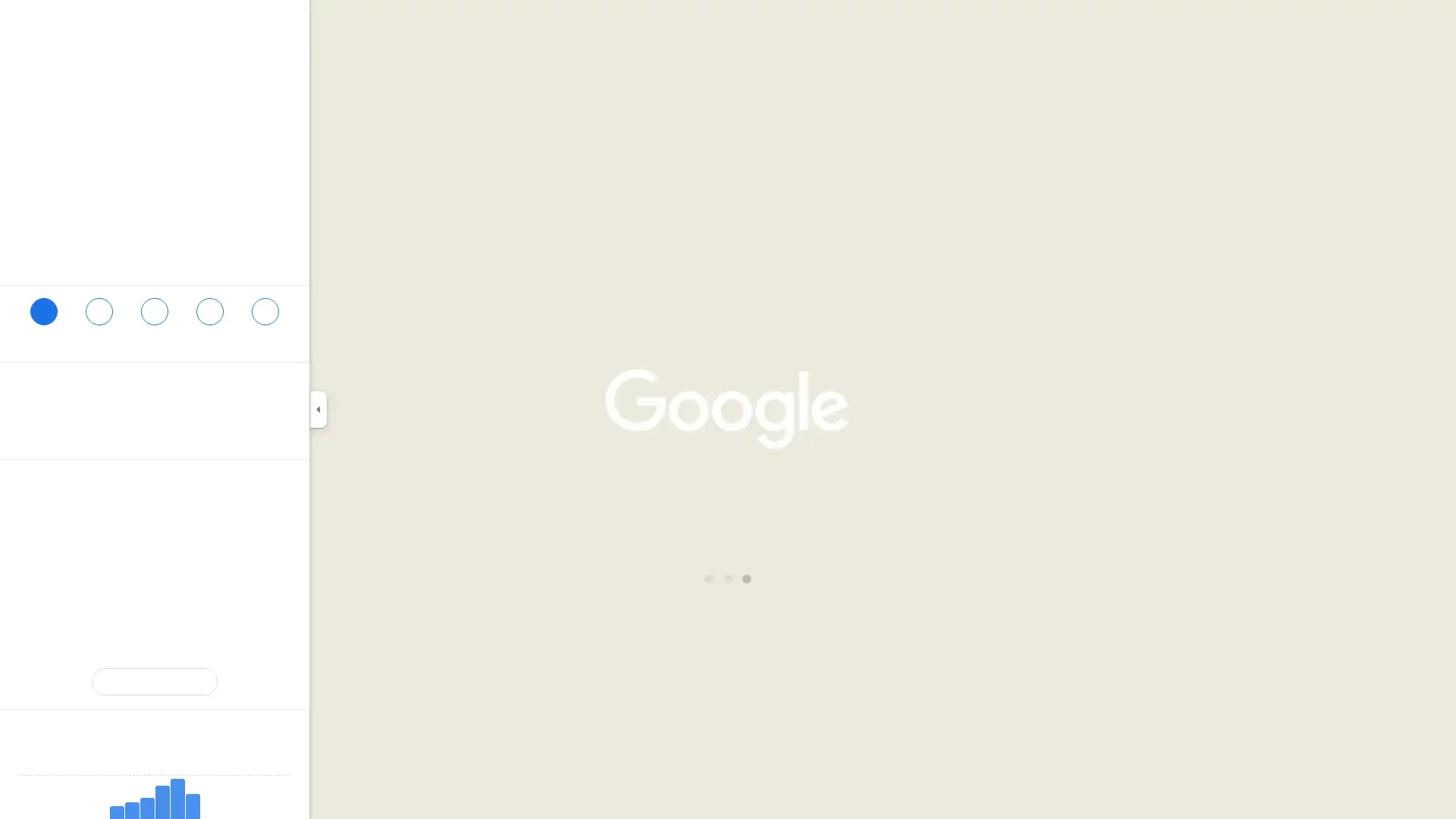  What do you see at coordinates (154, 317) in the screenshot?
I see `Search nearby Every Thing Goes Book Cafe and Neighborhood Stage` at bounding box center [154, 317].